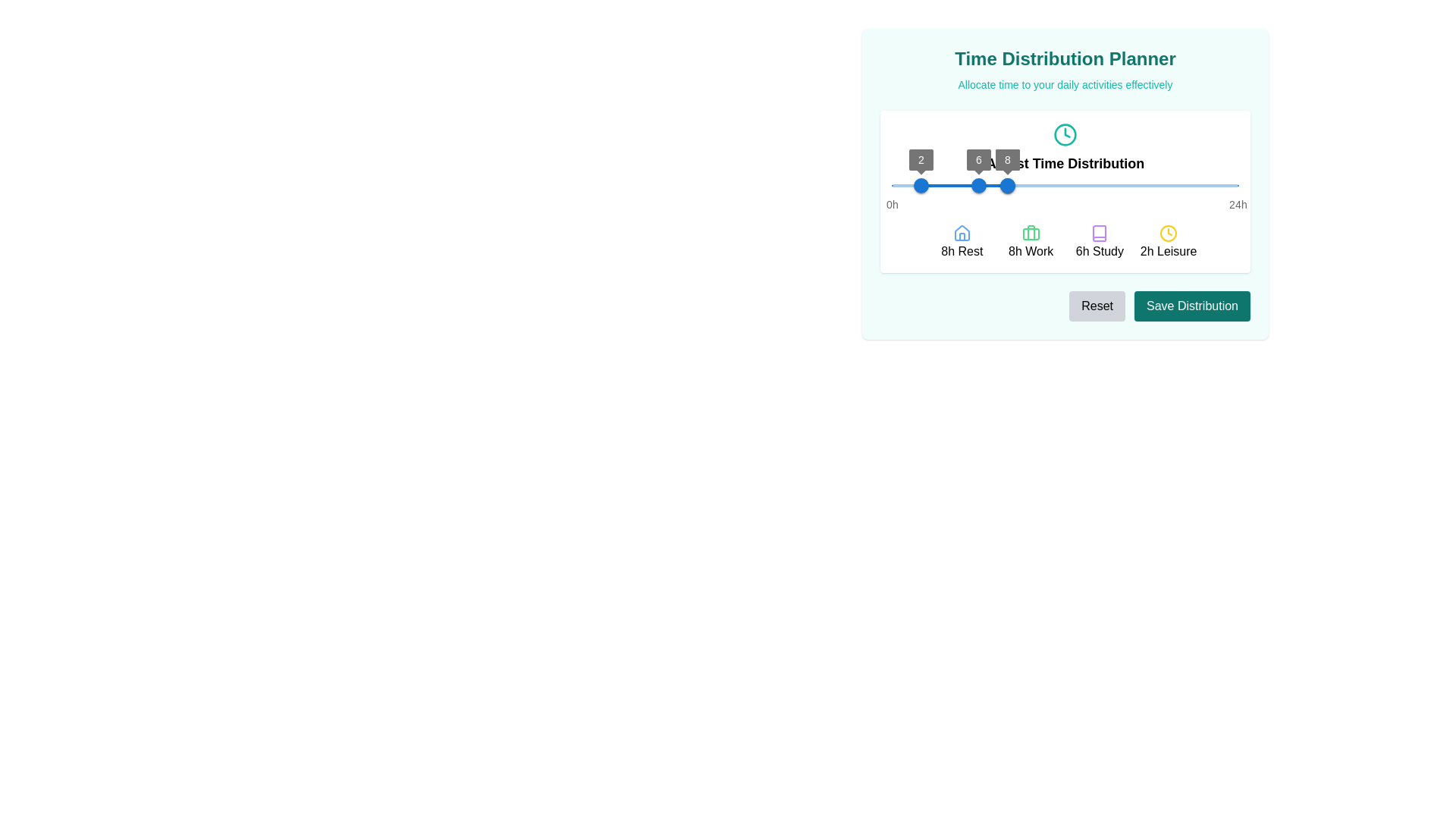 This screenshot has height=819, width=1456. What do you see at coordinates (1100, 242) in the screenshot?
I see `the Label displaying '6h Study' in the Time Distribution Planner panel, which is the third item in a horizontal grid layout` at bounding box center [1100, 242].